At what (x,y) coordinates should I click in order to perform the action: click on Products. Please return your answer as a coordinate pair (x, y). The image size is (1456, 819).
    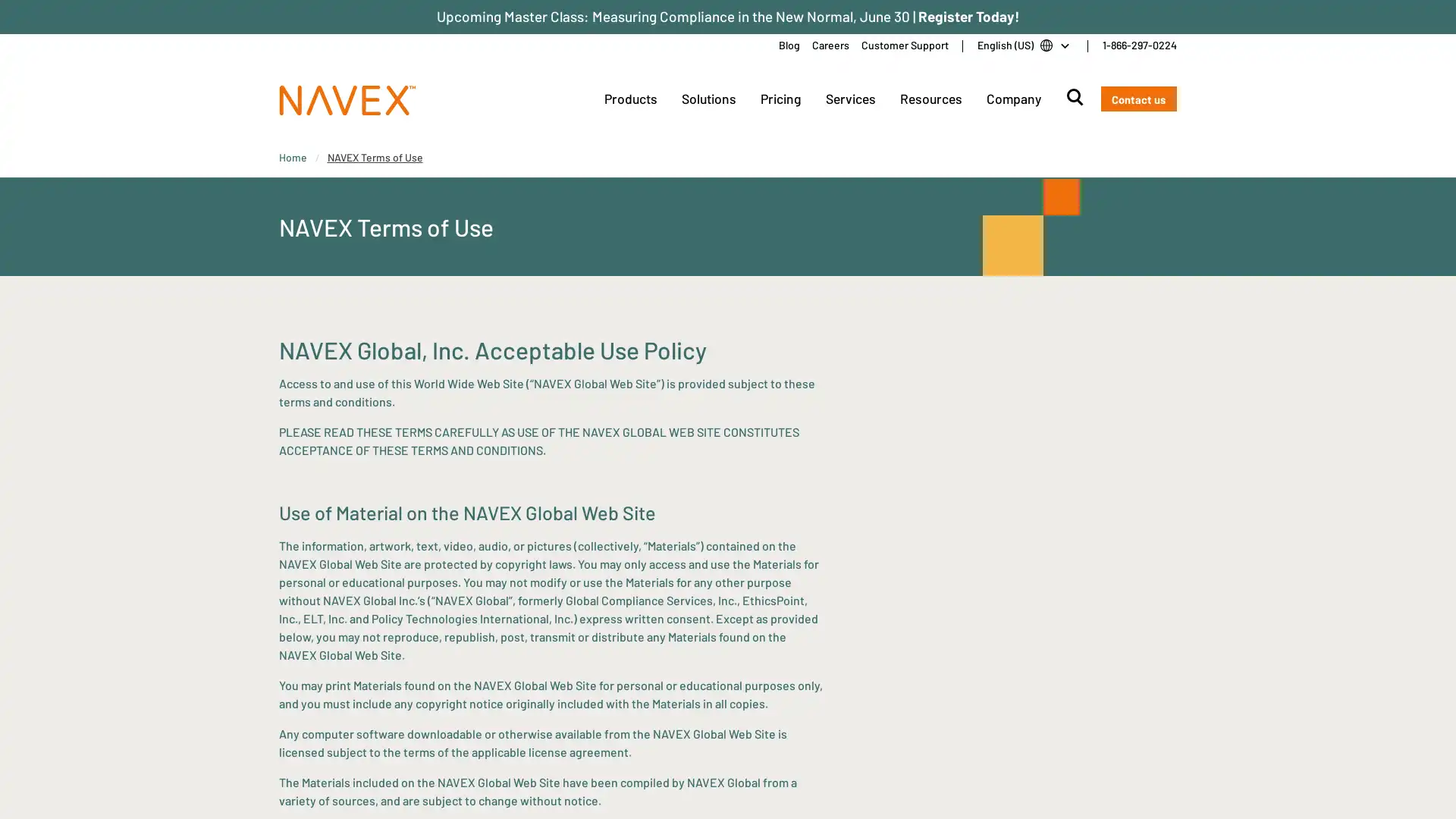
    Looking at the image, I should click on (629, 99).